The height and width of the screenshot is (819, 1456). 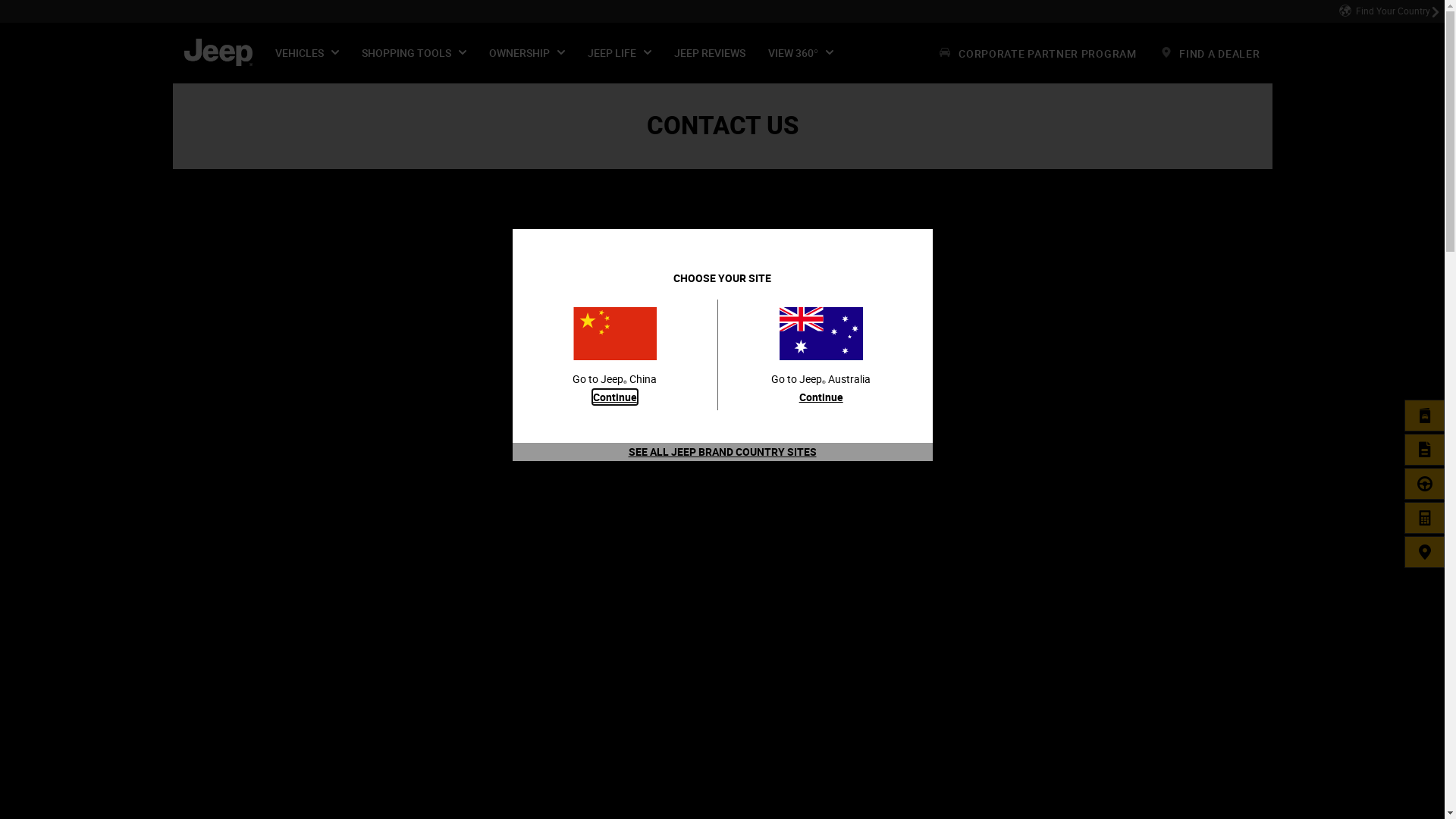 I want to click on 'FIND A DEALER', so click(x=1210, y=52).